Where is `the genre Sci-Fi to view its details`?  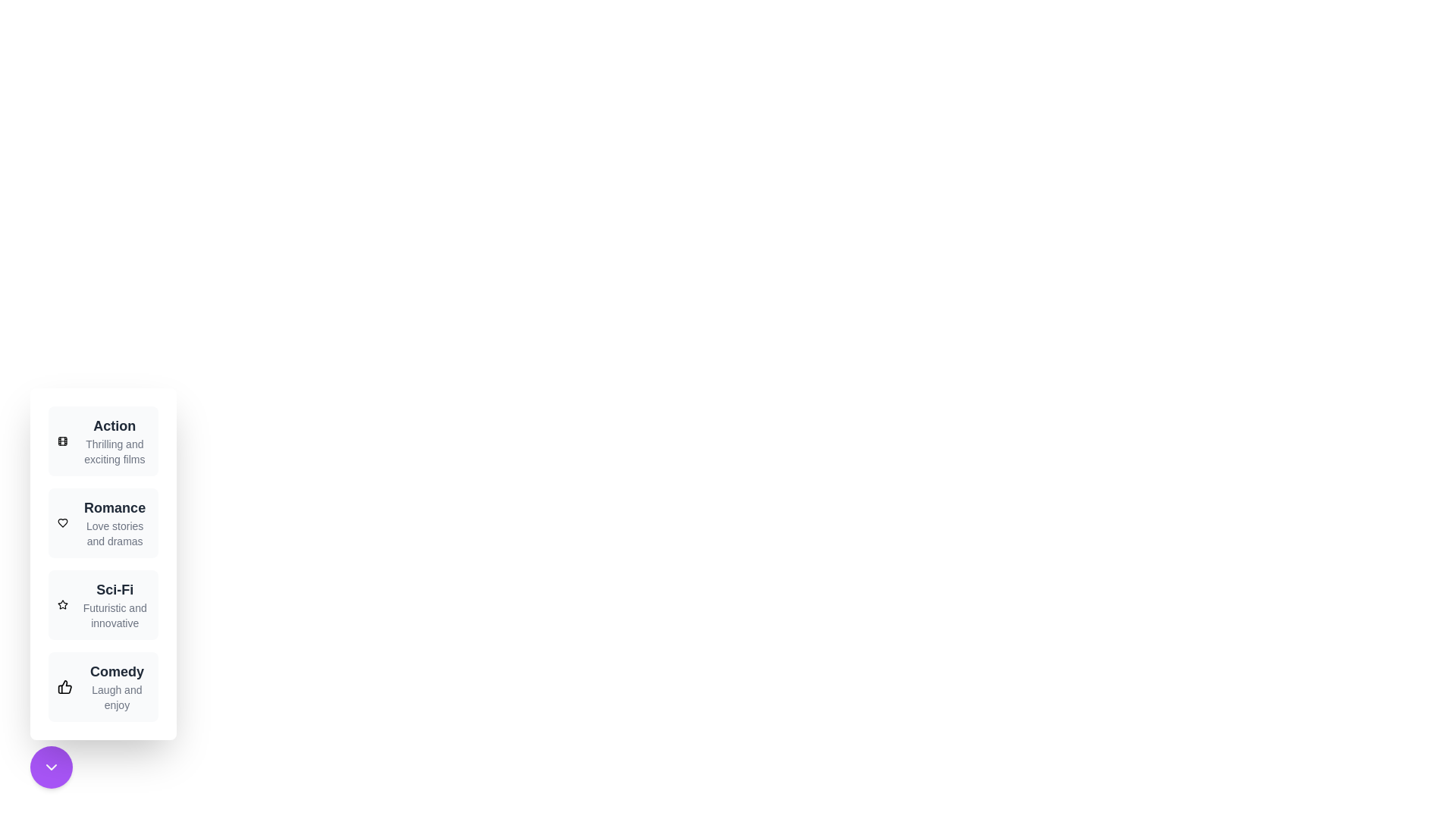 the genre Sci-Fi to view its details is located at coordinates (102, 604).